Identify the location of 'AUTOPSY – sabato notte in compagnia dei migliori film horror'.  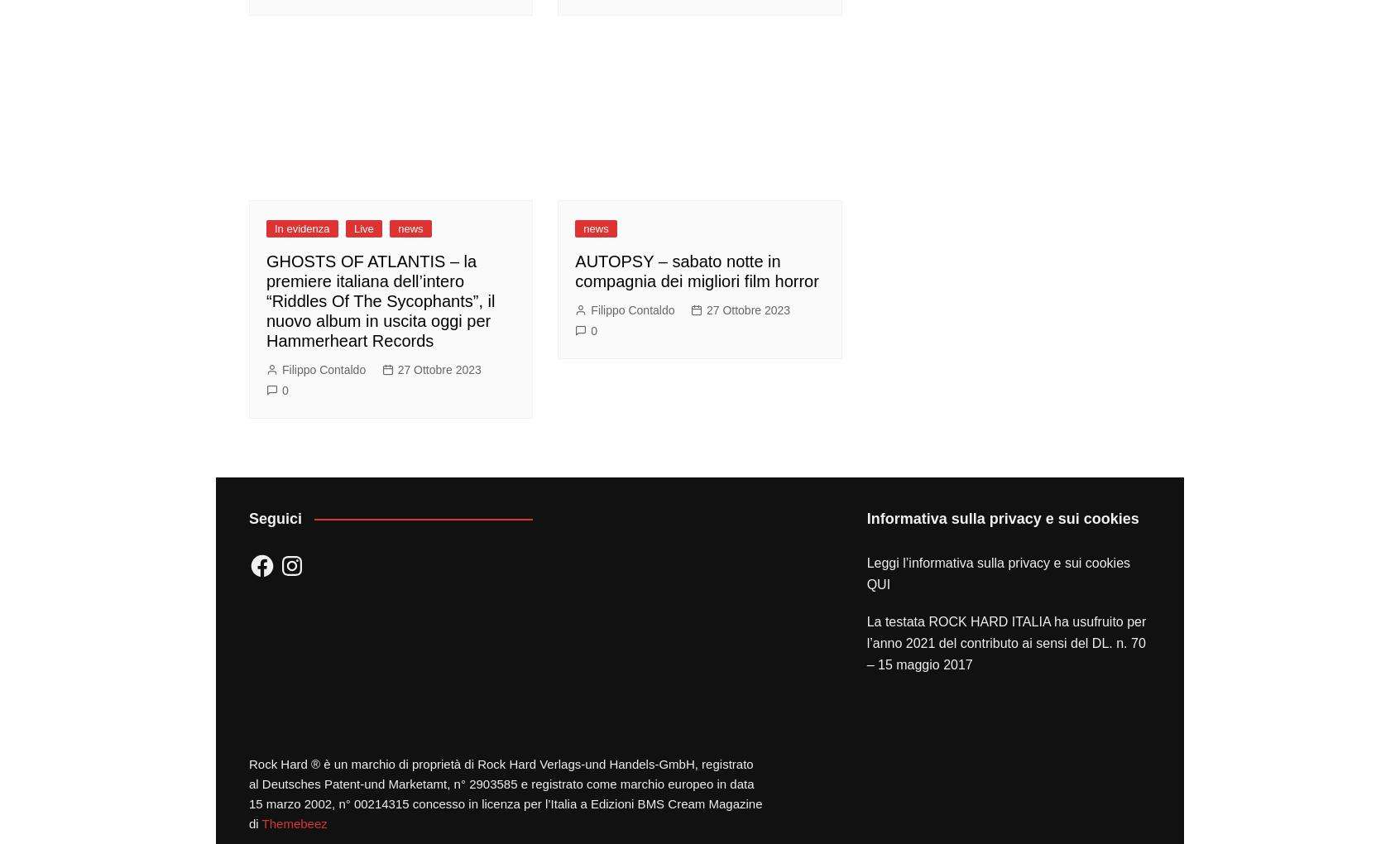
(696, 271).